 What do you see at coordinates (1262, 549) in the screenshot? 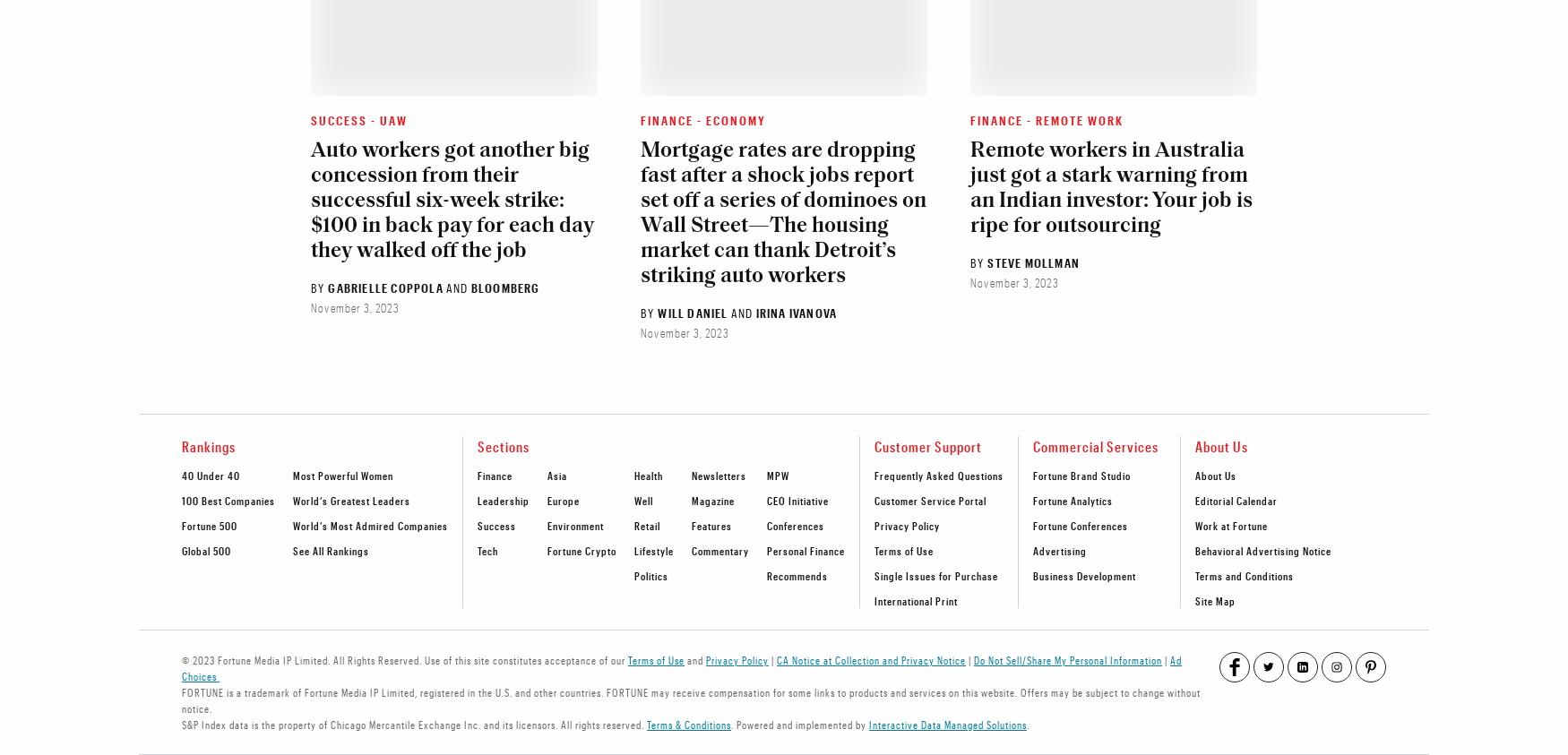
I see `'Behavioral Advertising Notice'` at bounding box center [1262, 549].